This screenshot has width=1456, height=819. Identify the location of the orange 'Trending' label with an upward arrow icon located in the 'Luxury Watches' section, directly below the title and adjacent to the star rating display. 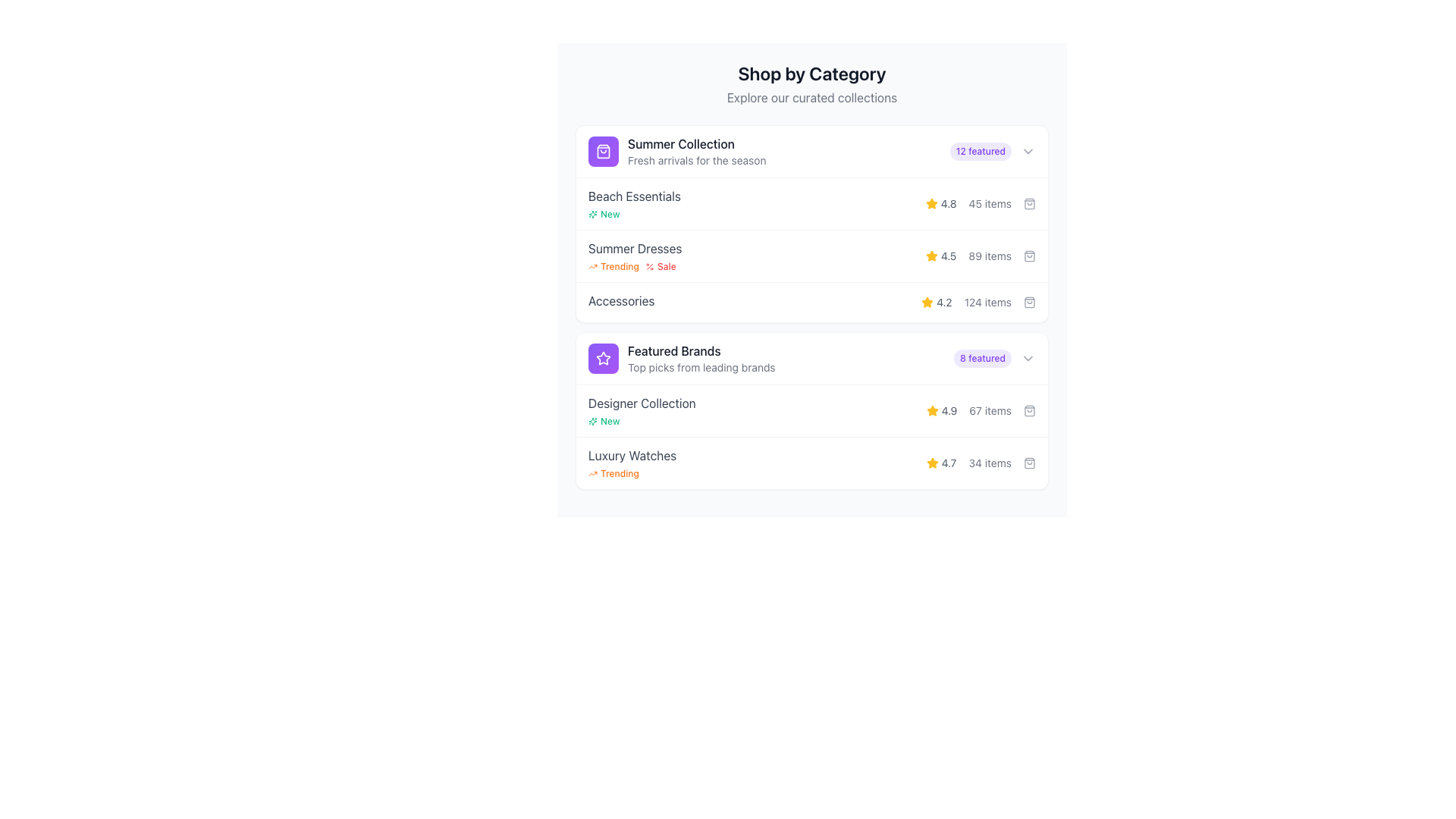
(632, 472).